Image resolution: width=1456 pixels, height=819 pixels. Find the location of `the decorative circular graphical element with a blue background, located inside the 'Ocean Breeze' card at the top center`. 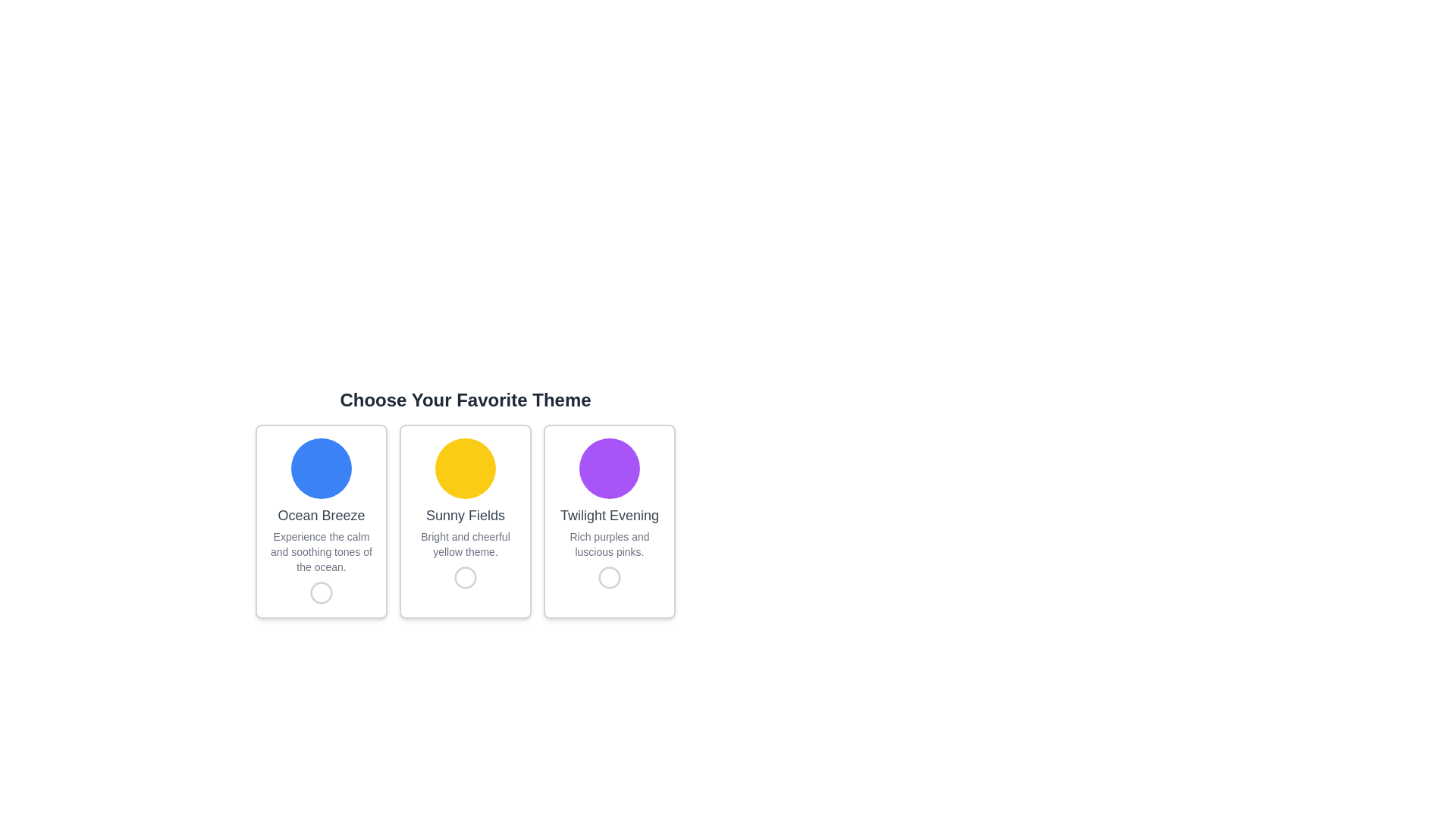

the decorative circular graphical element with a blue background, located inside the 'Ocean Breeze' card at the top center is located at coordinates (320, 467).